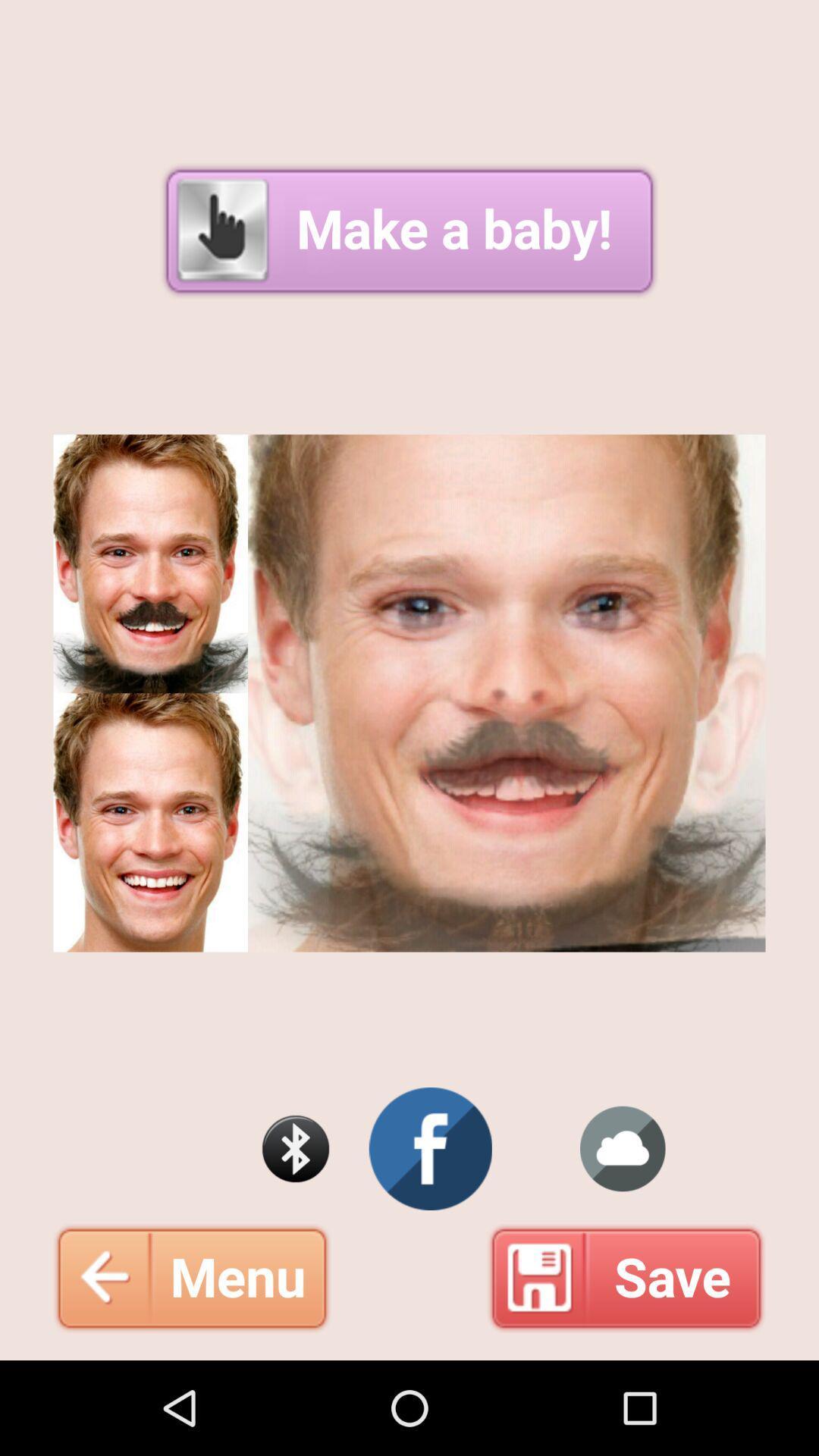  What do you see at coordinates (409, 230) in the screenshot?
I see `make a baby! icon` at bounding box center [409, 230].